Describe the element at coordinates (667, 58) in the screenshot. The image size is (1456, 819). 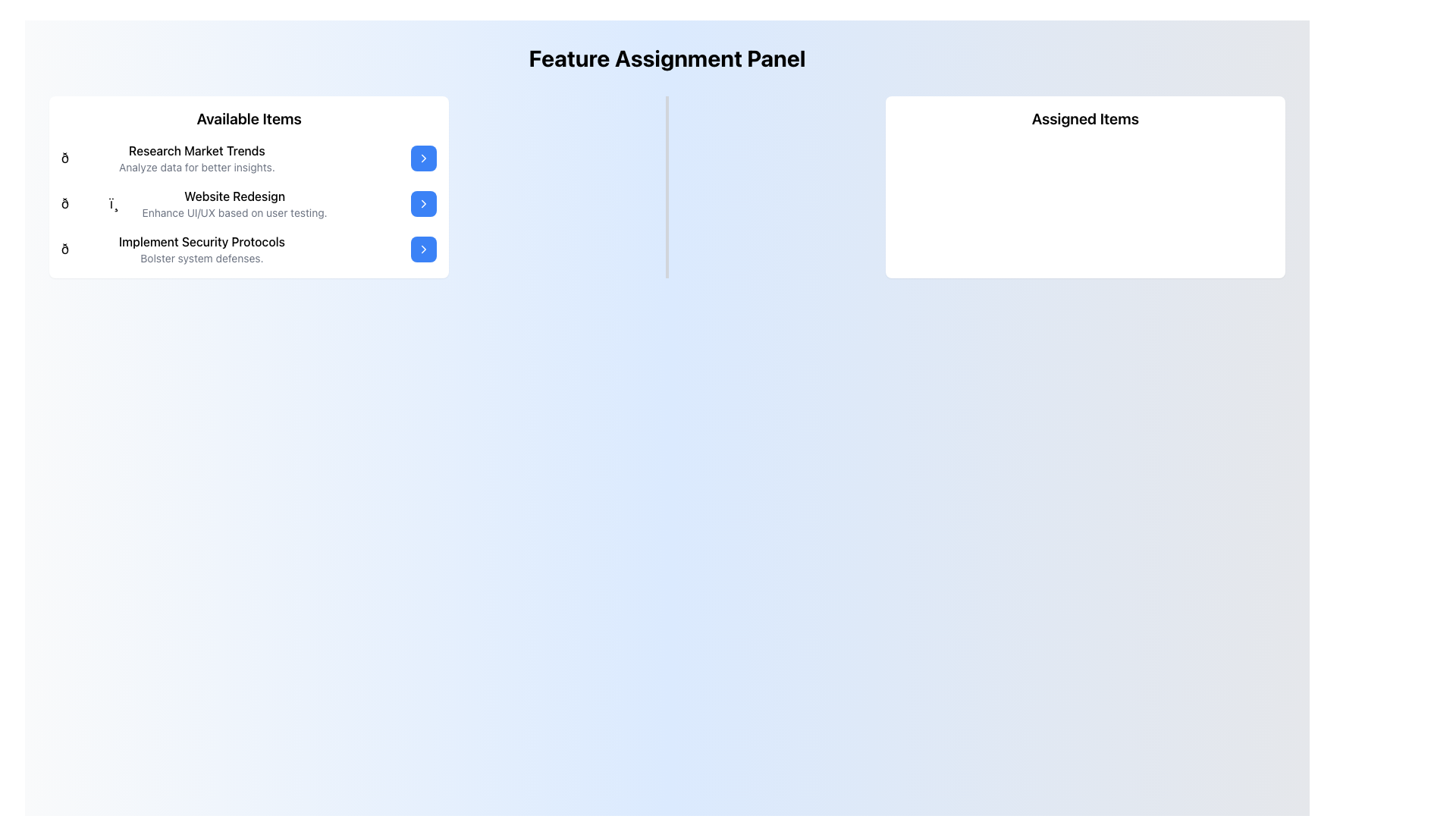
I see `text displayed in the header labeled 'Feature Assignment Panel', which is a bold, large, and centered text at the top of the interface` at that location.